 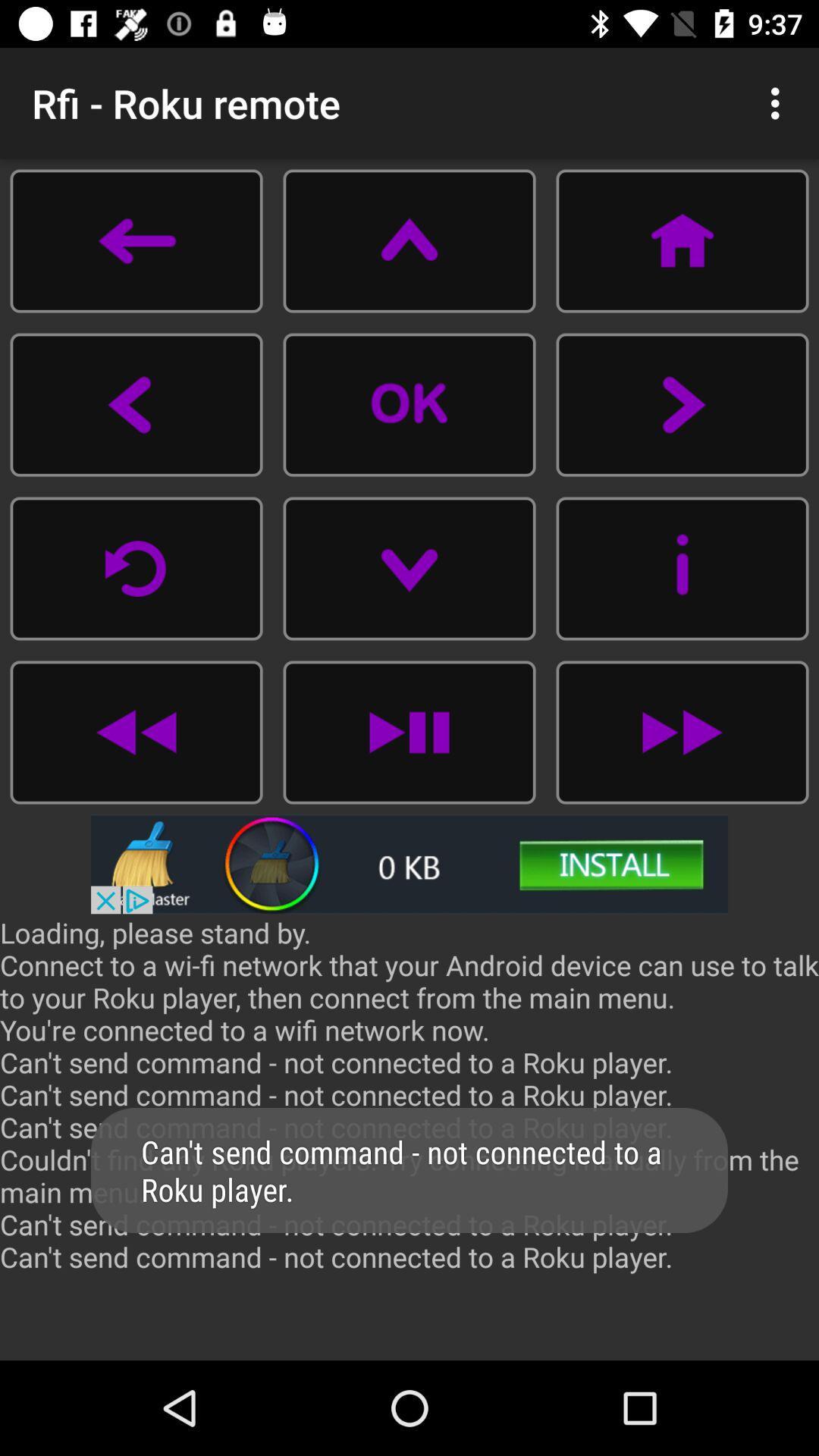 What do you see at coordinates (136, 567) in the screenshot?
I see `anti-clockwise rotation the article` at bounding box center [136, 567].